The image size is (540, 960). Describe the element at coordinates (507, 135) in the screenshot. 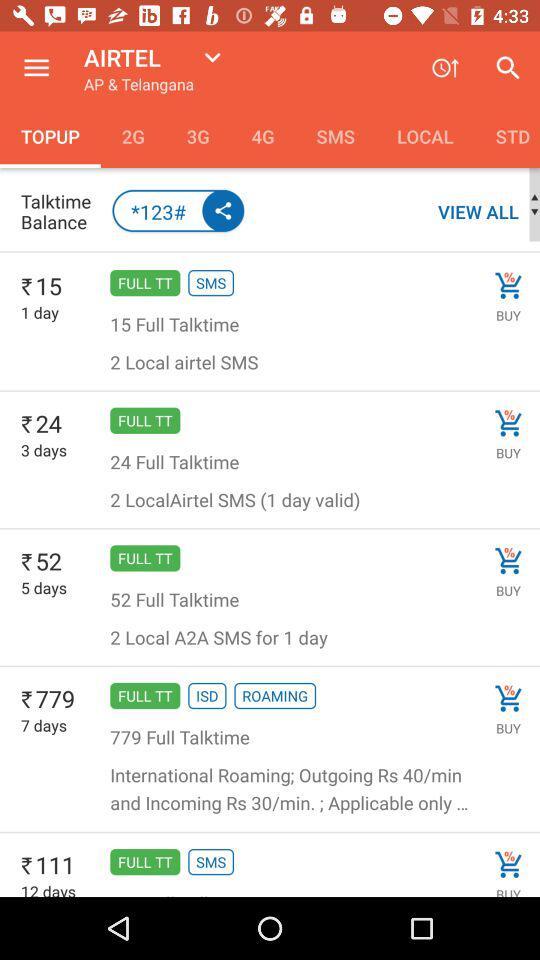

I see `the item above view all icon` at that location.